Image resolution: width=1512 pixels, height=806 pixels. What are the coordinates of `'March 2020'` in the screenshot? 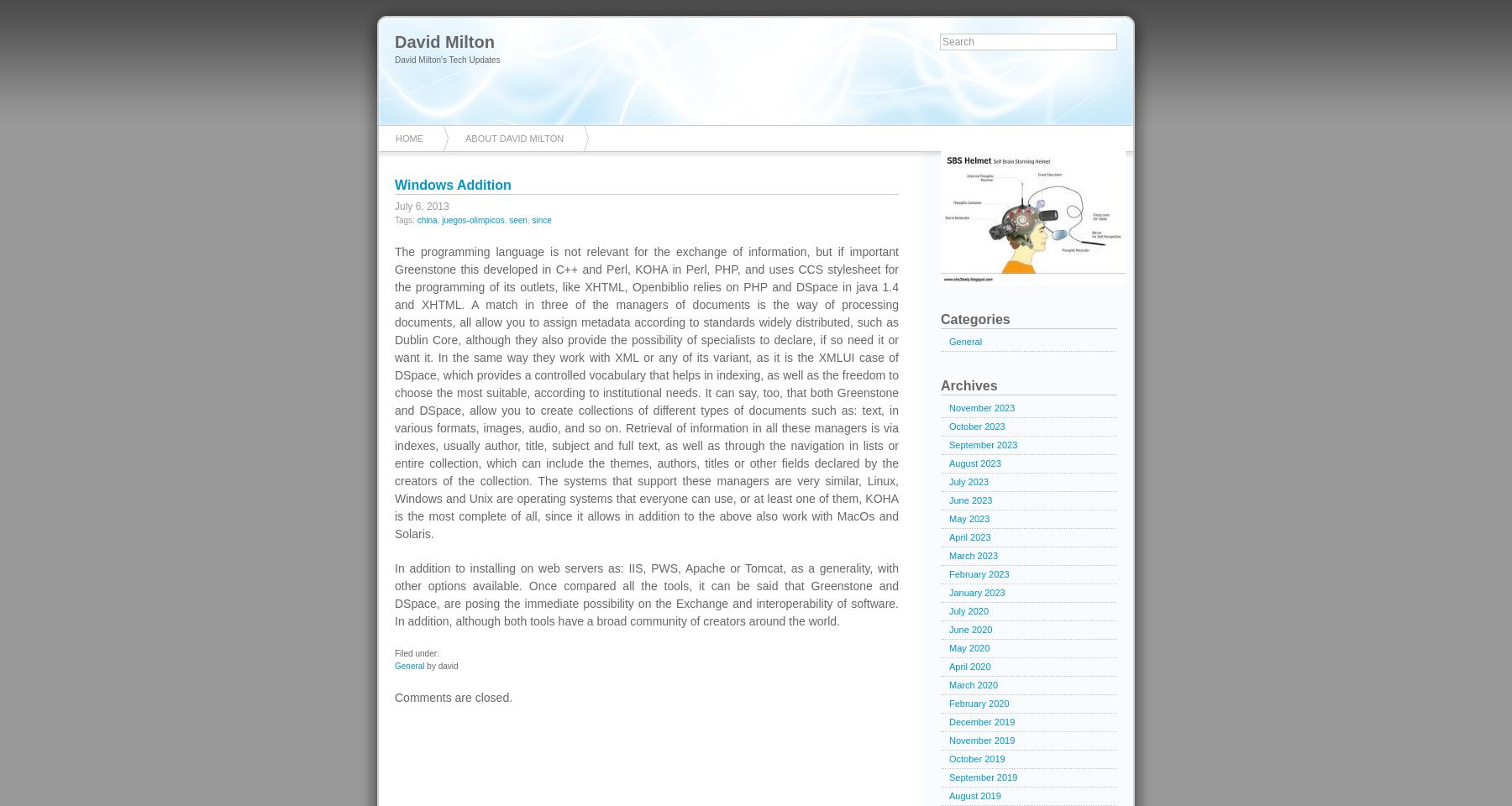 It's located at (973, 685).